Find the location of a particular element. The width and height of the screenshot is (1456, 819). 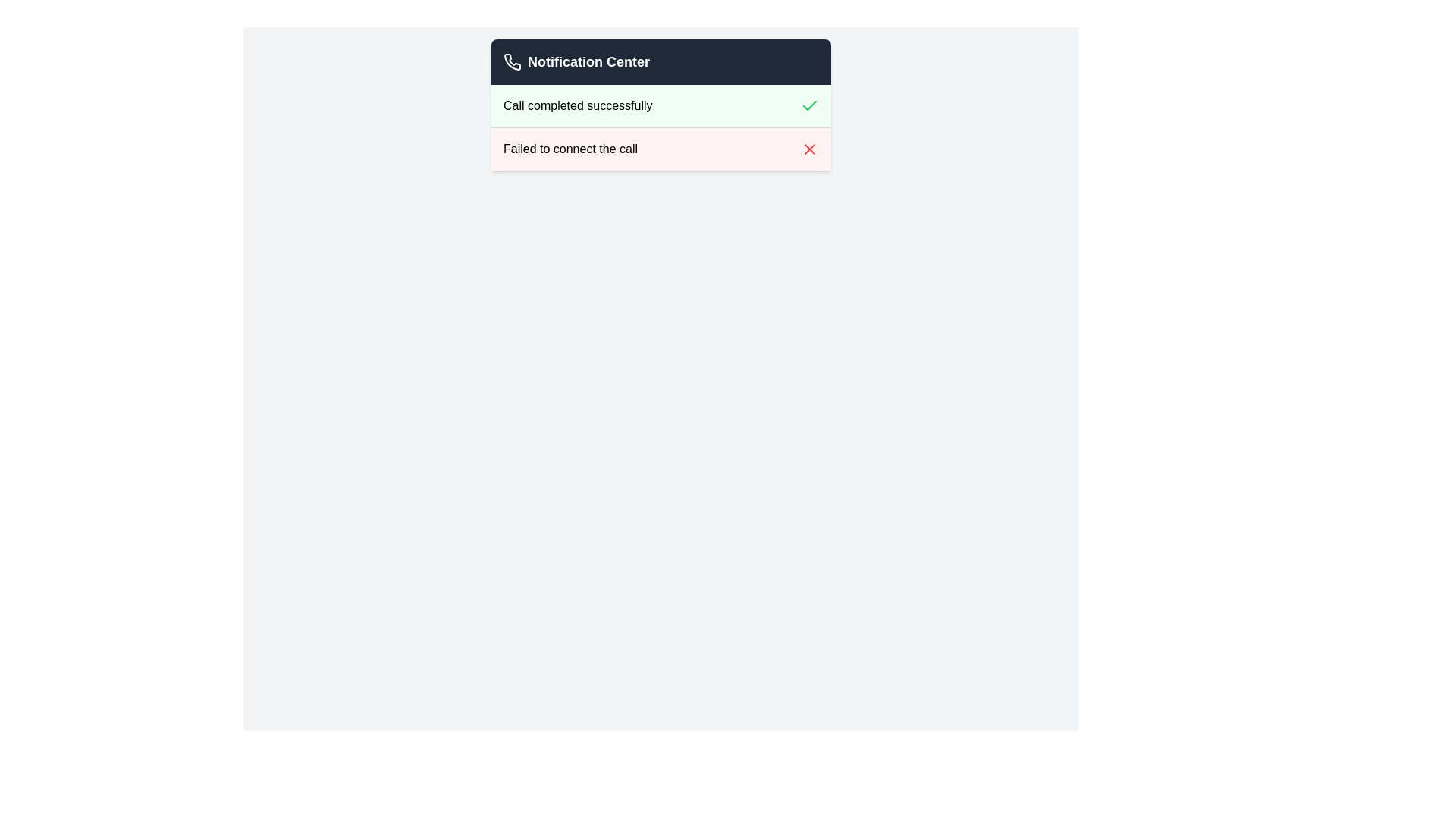

the text element displaying 'Failed to connect the call' within the light pink background, located below 'Call completed successfully' and to the left of the red 'X' icon is located at coordinates (570, 149).